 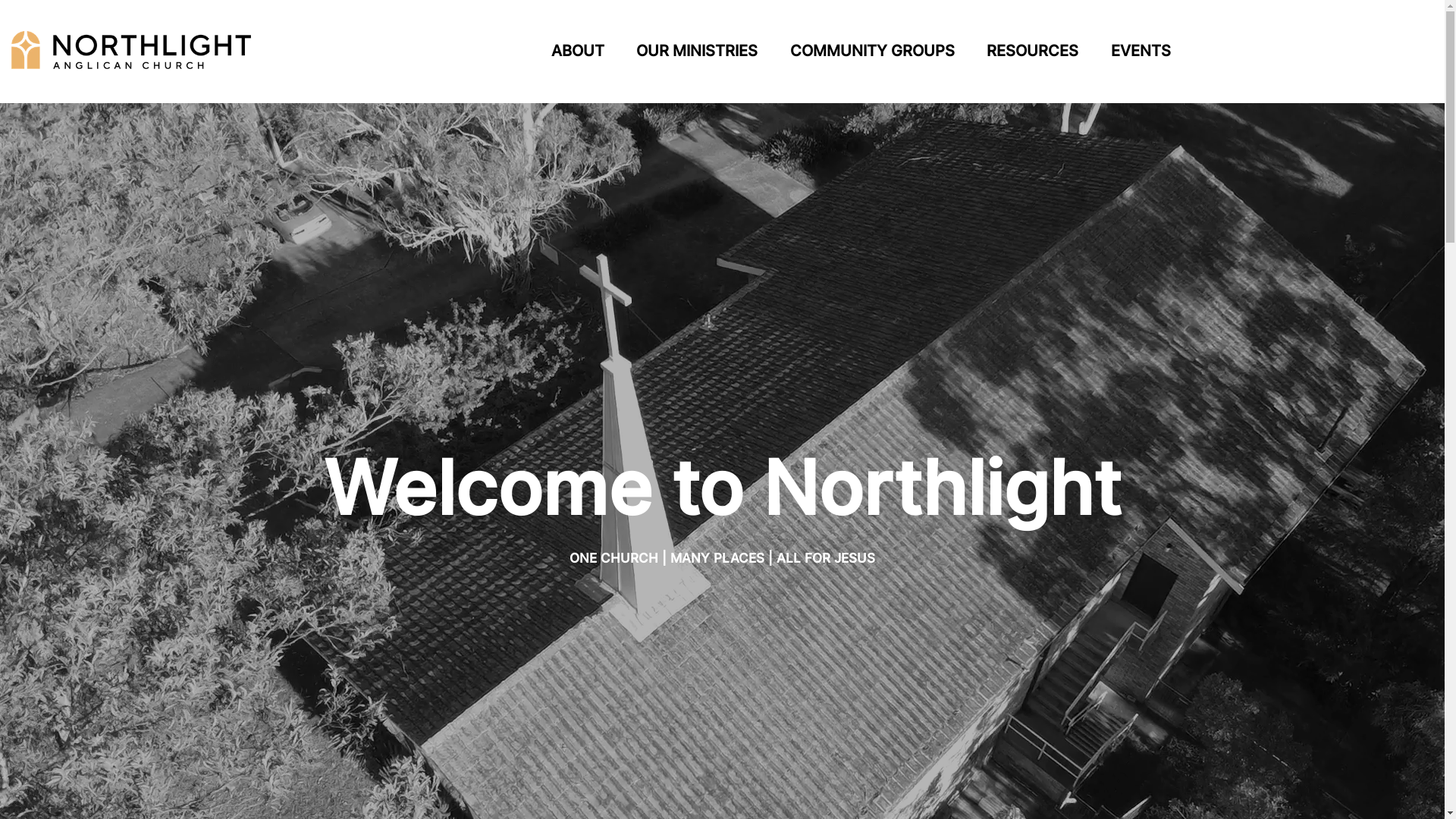 I want to click on 'RESOURCES', so click(x=1031, y=51).